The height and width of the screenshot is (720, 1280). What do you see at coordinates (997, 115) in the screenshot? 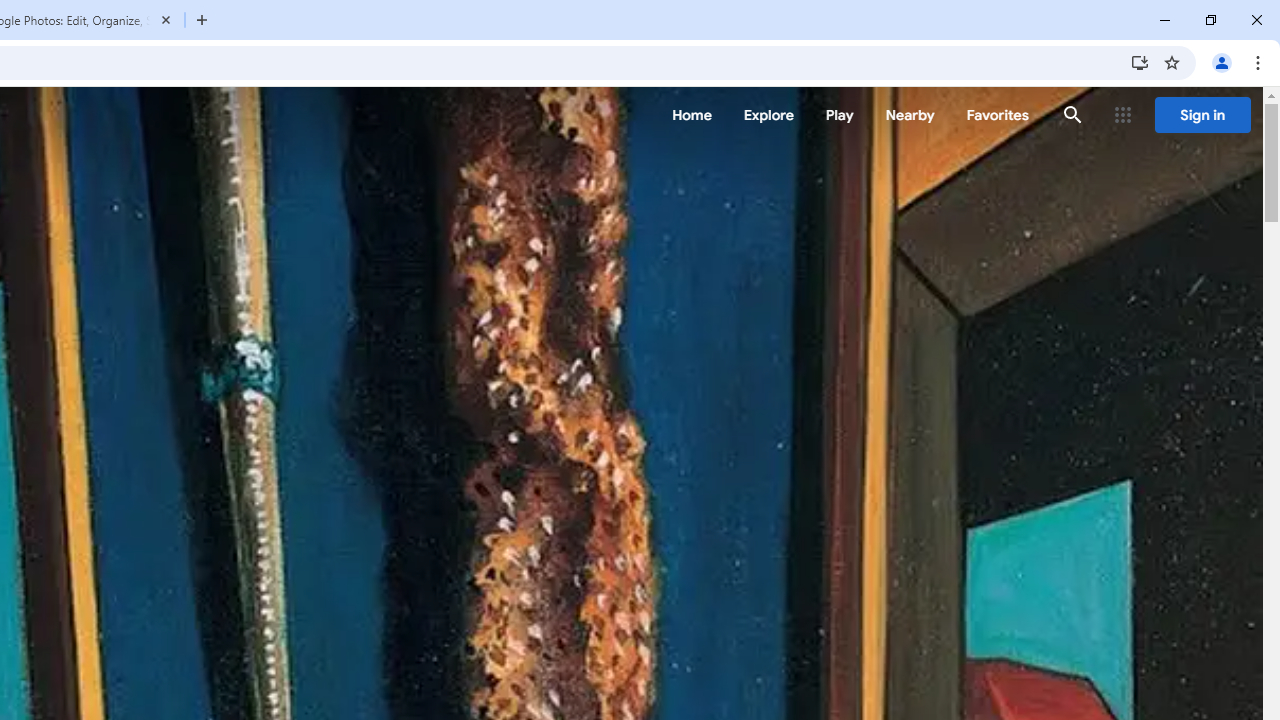
I see `'Favorites'` at bounding box center [997, 115].